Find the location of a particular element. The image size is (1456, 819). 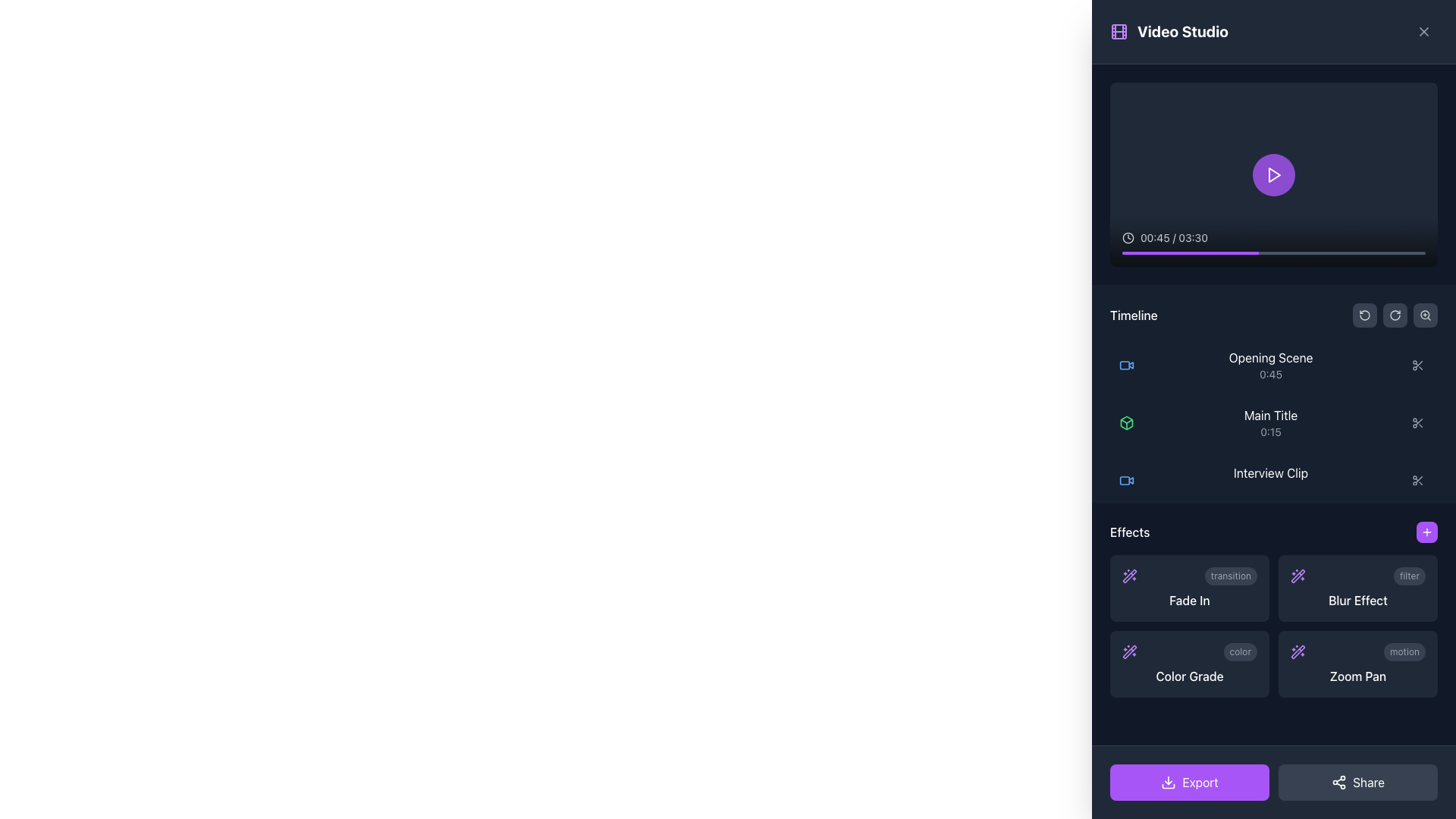

the prominent purple 'Export' button with rounded corners and white text to trigger animations or tooltips is located at coordinates (1189, 783).